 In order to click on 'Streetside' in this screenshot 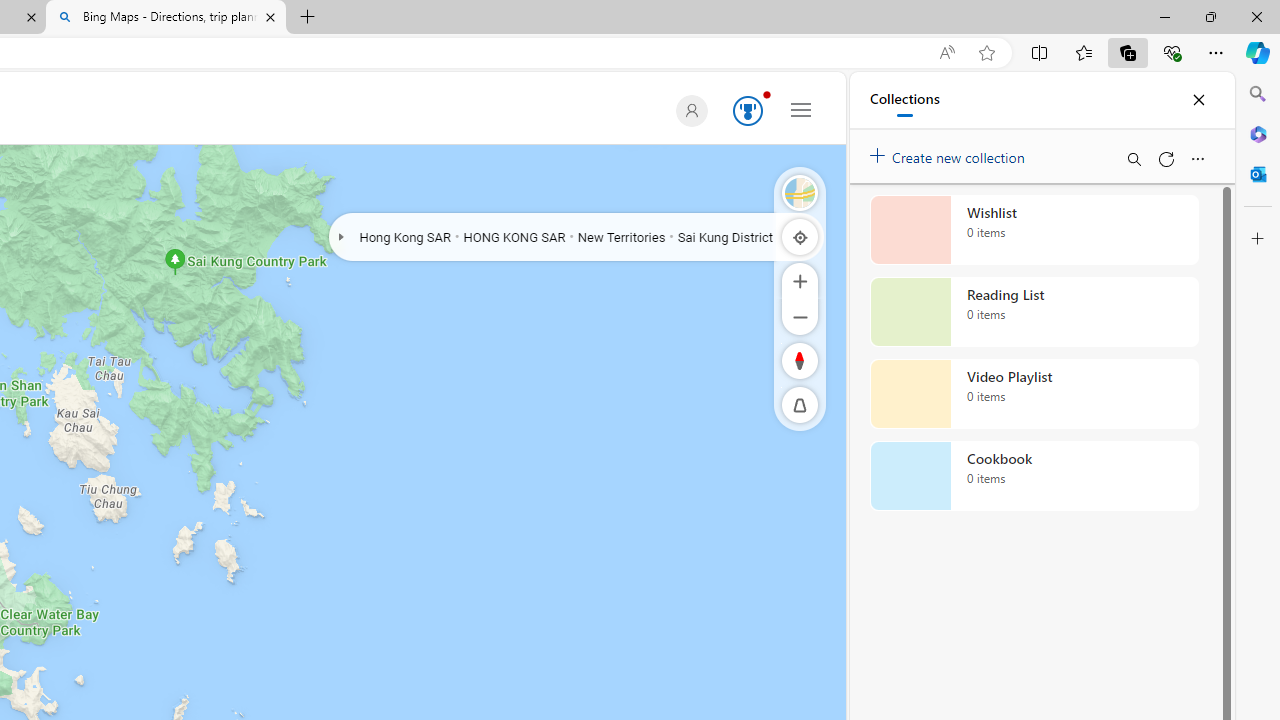, I will do `click(800, 192)`.